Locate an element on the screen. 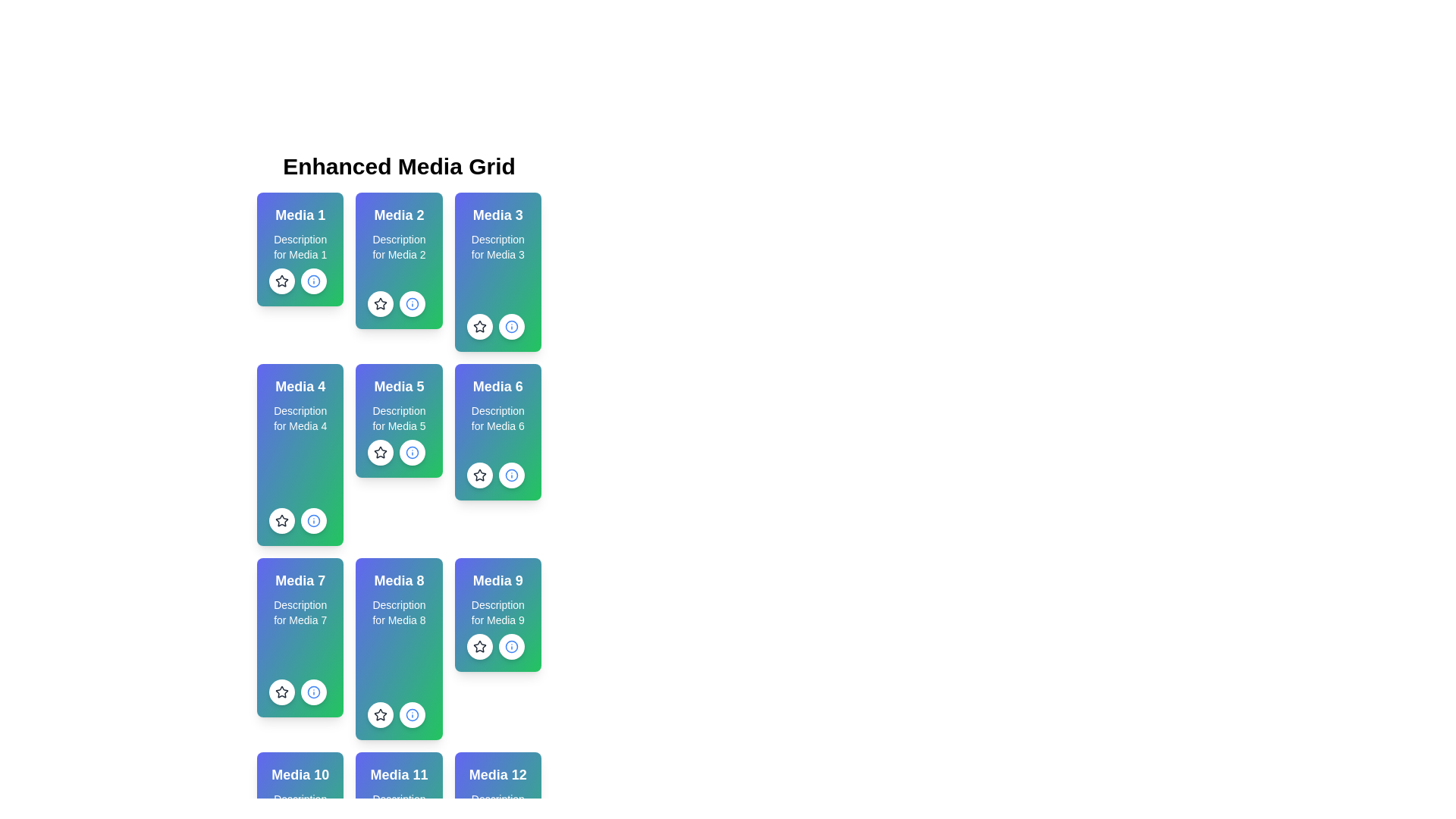 The image size is (1456, 819). the star icon located in the lower-left corner of the second card in the Enhanced Media Grid to mark the media item as favorite is located at coordinates (381, 304).